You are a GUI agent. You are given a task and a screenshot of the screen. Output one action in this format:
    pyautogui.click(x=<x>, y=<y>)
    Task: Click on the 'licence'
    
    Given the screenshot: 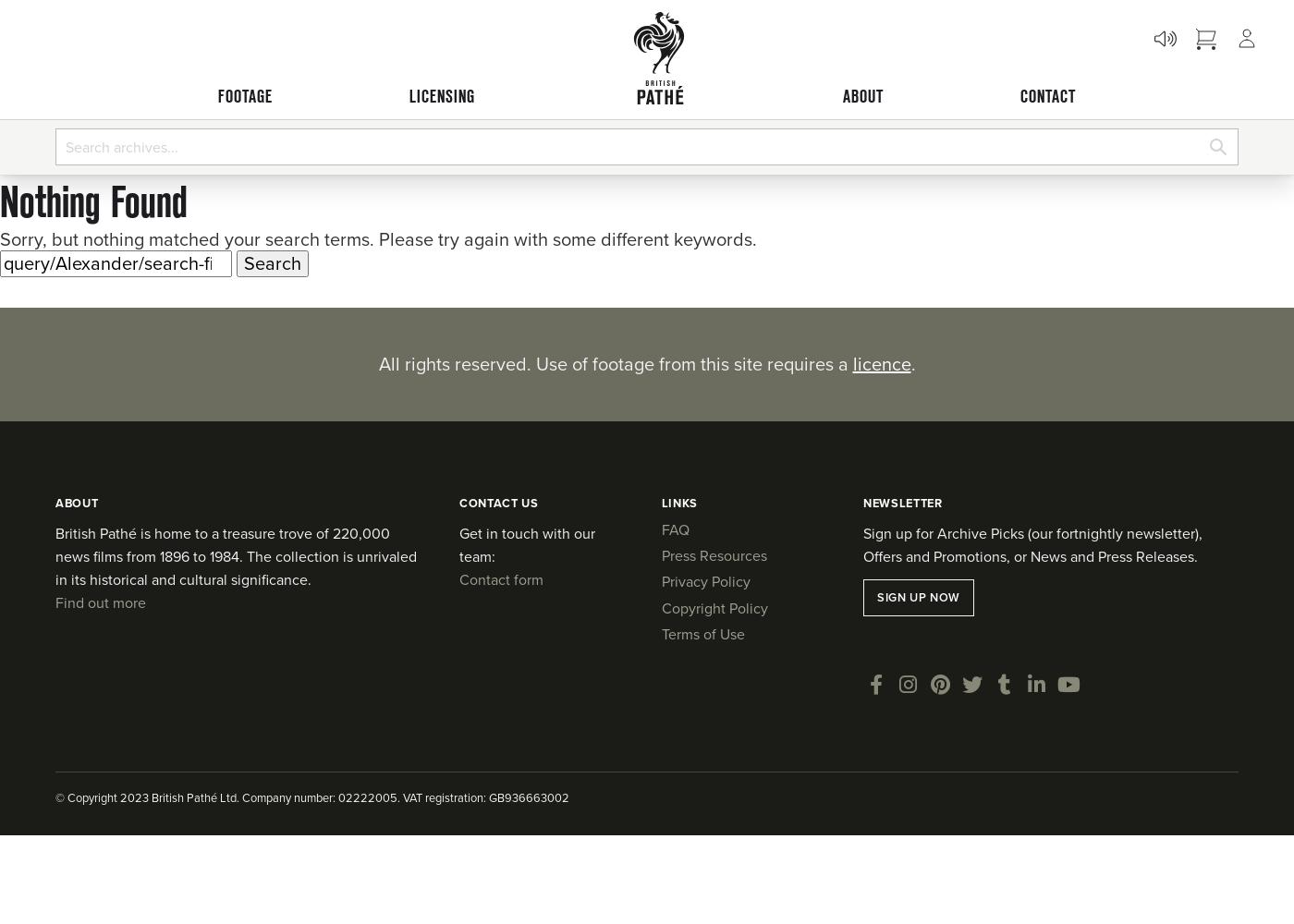 What is the action you would take?
    pyautogui.click(x=881, y=363)
    